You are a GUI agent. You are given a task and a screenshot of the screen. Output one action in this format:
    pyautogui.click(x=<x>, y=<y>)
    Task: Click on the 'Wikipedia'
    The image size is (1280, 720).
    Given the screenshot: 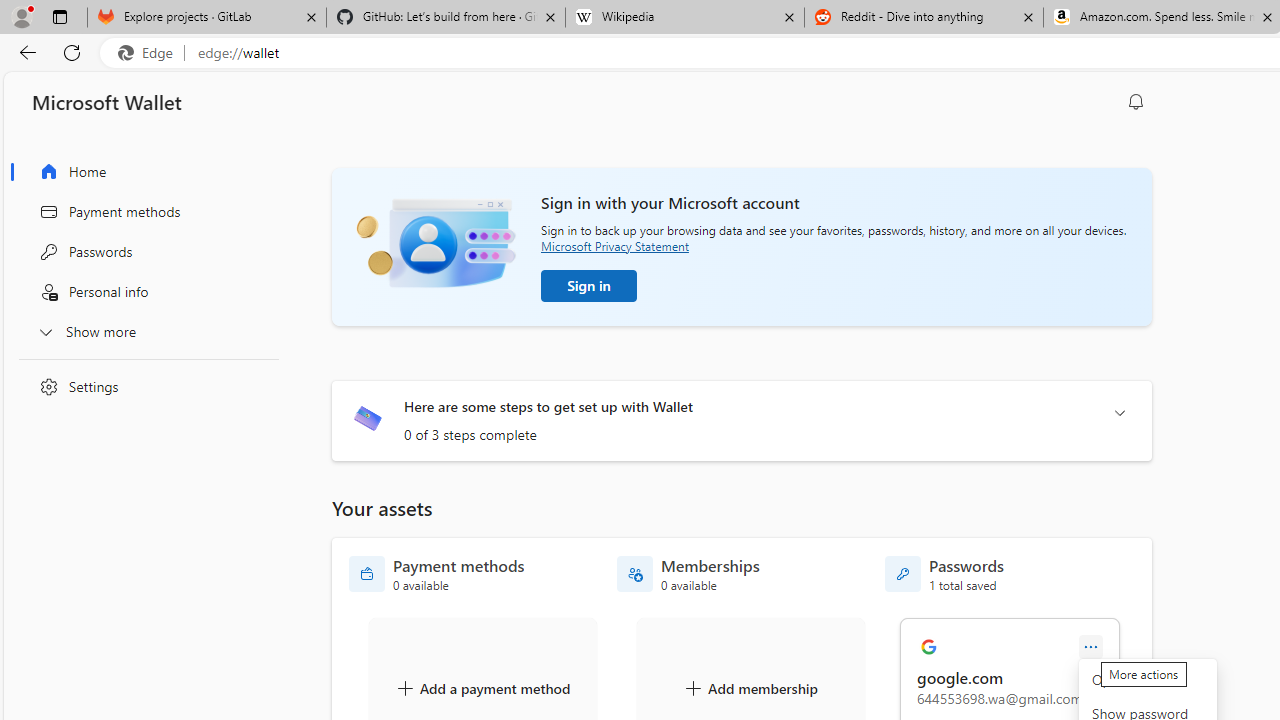 What is the action you would take?
    pyautogui.click(x=684, y=17)
    